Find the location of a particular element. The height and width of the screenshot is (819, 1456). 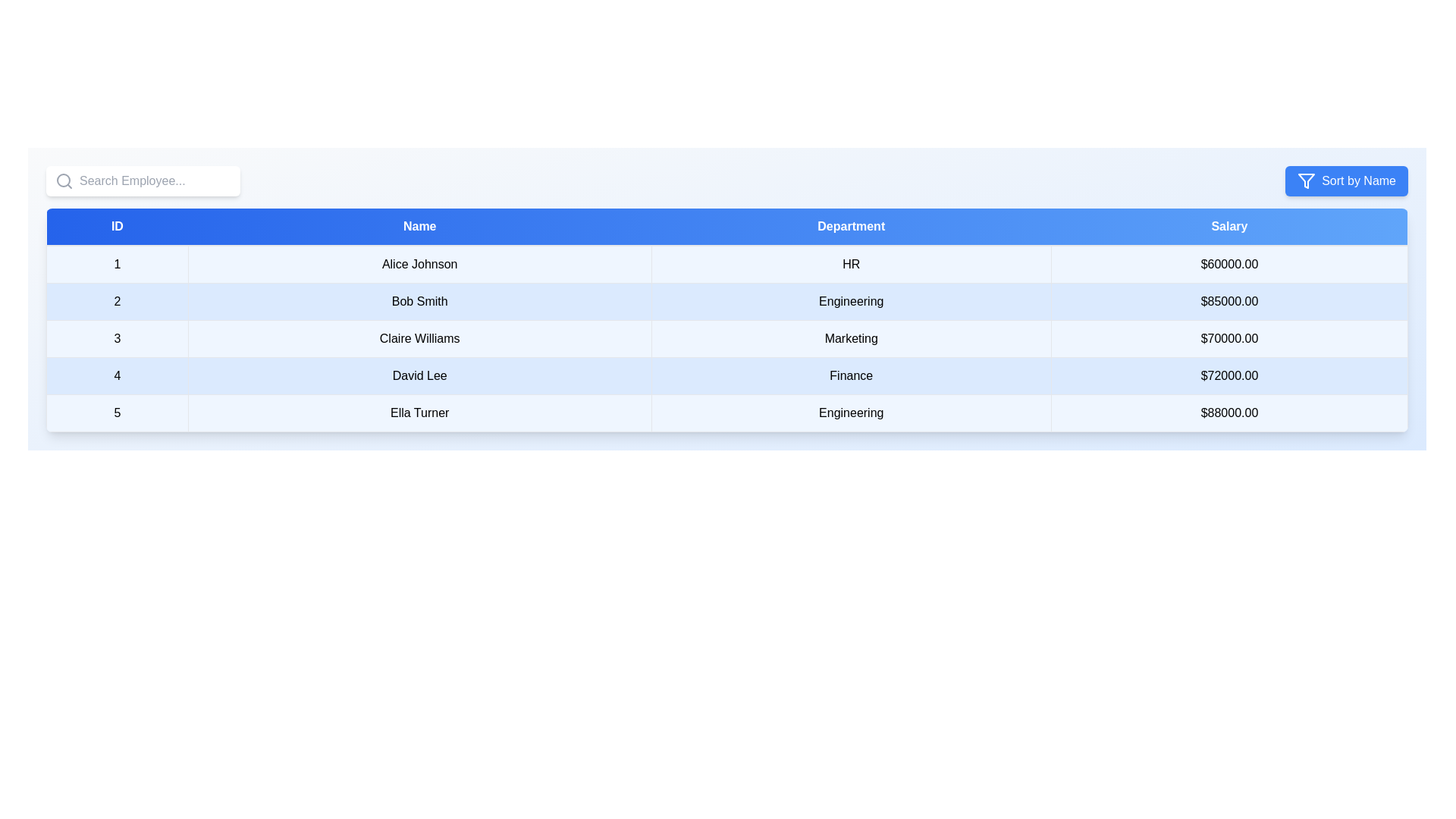

the text label displaying 'Marketing' in black font on a light blue background, which is located in the third row of the table under the 'Department' column is located at coordinates (851, 338).